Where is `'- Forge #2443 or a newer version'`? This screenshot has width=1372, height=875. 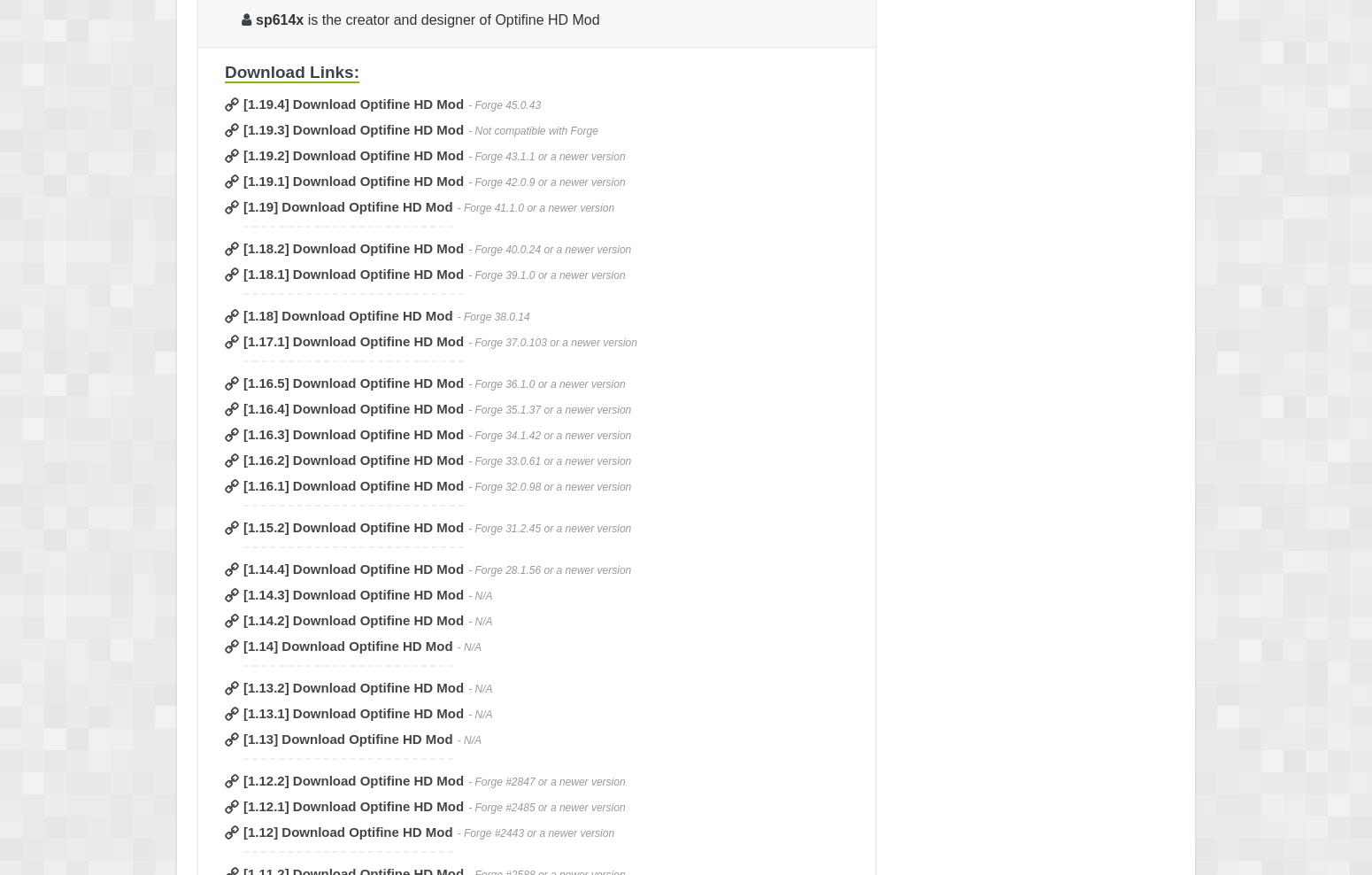
'- Forge #2443 or a newer version' is located at coordinates (535, 832).